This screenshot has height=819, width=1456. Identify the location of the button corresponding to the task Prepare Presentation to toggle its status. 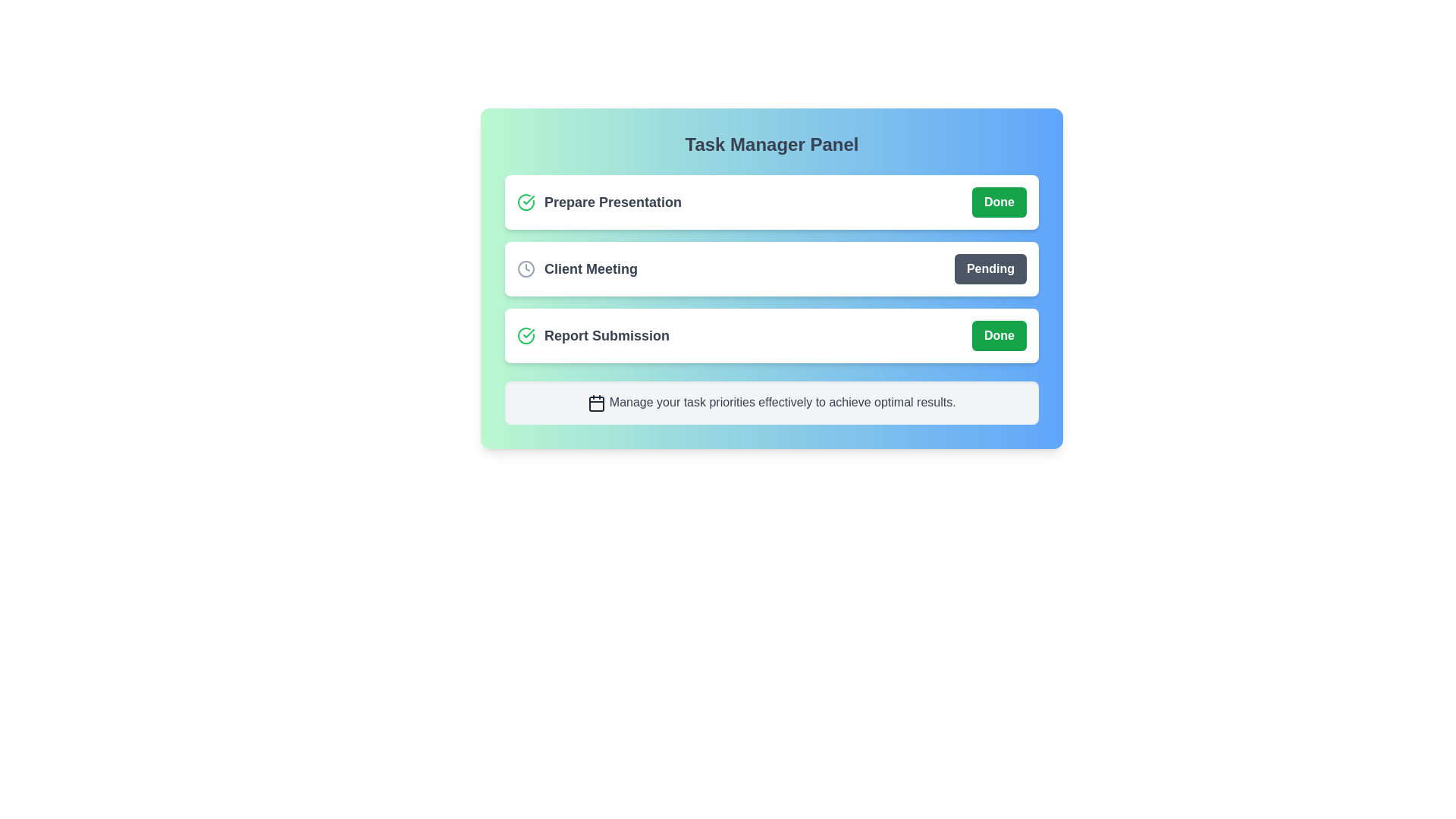
(999, 201).